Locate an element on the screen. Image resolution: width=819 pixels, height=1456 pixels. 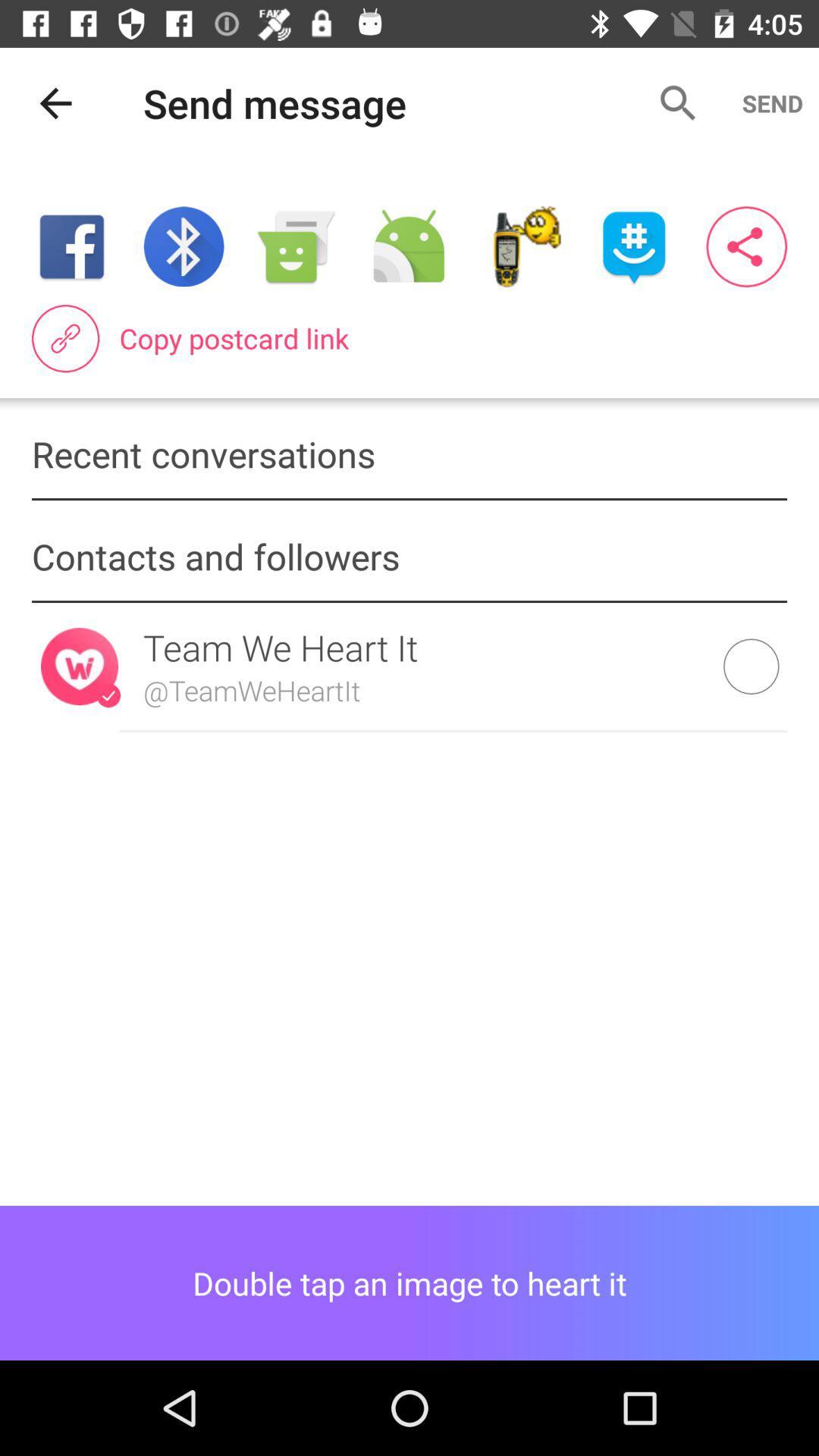
item above copy postcard link is located at coordinates (634, 246).